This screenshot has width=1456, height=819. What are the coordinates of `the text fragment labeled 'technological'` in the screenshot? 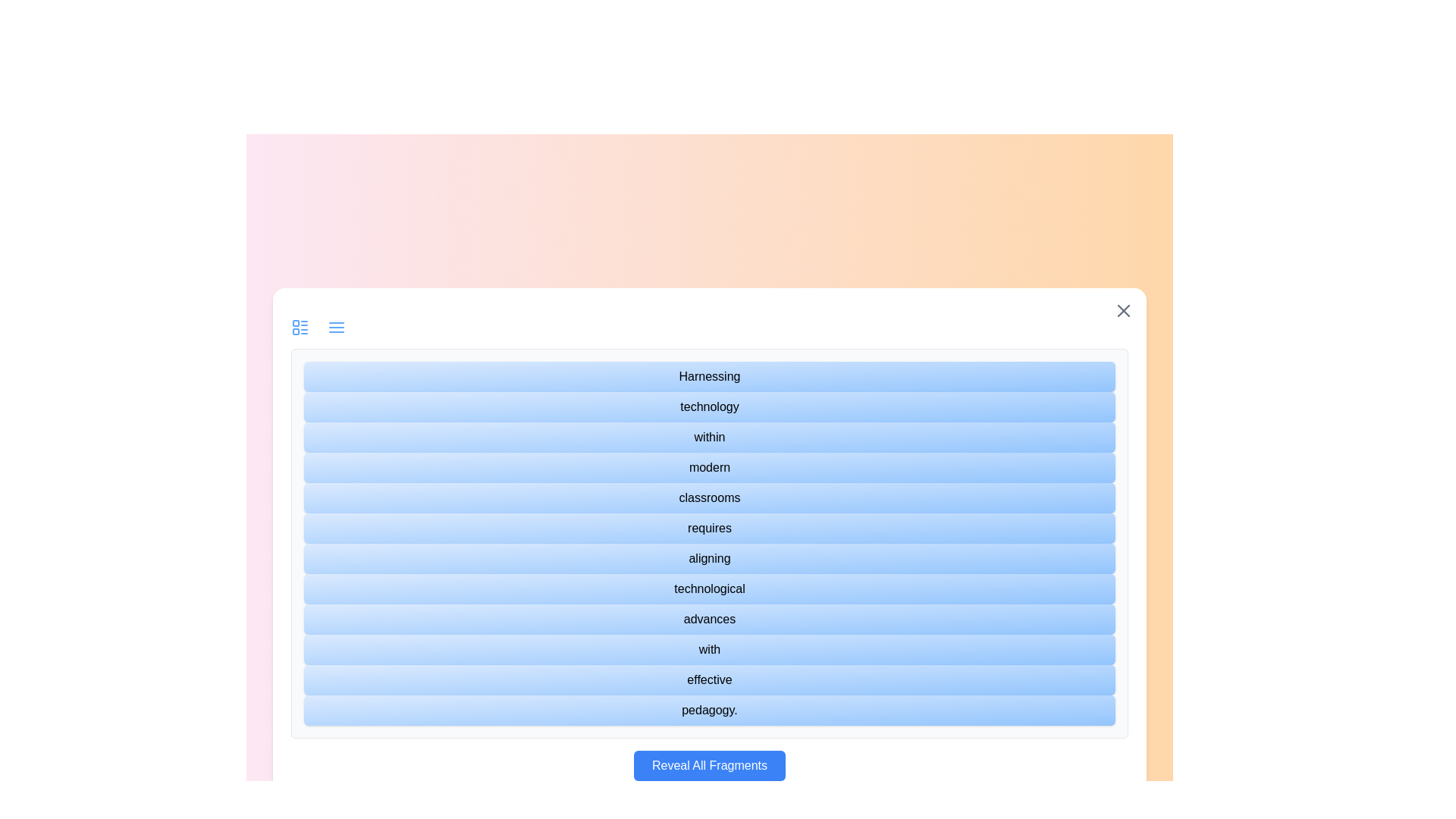 It's located at (709, 588).